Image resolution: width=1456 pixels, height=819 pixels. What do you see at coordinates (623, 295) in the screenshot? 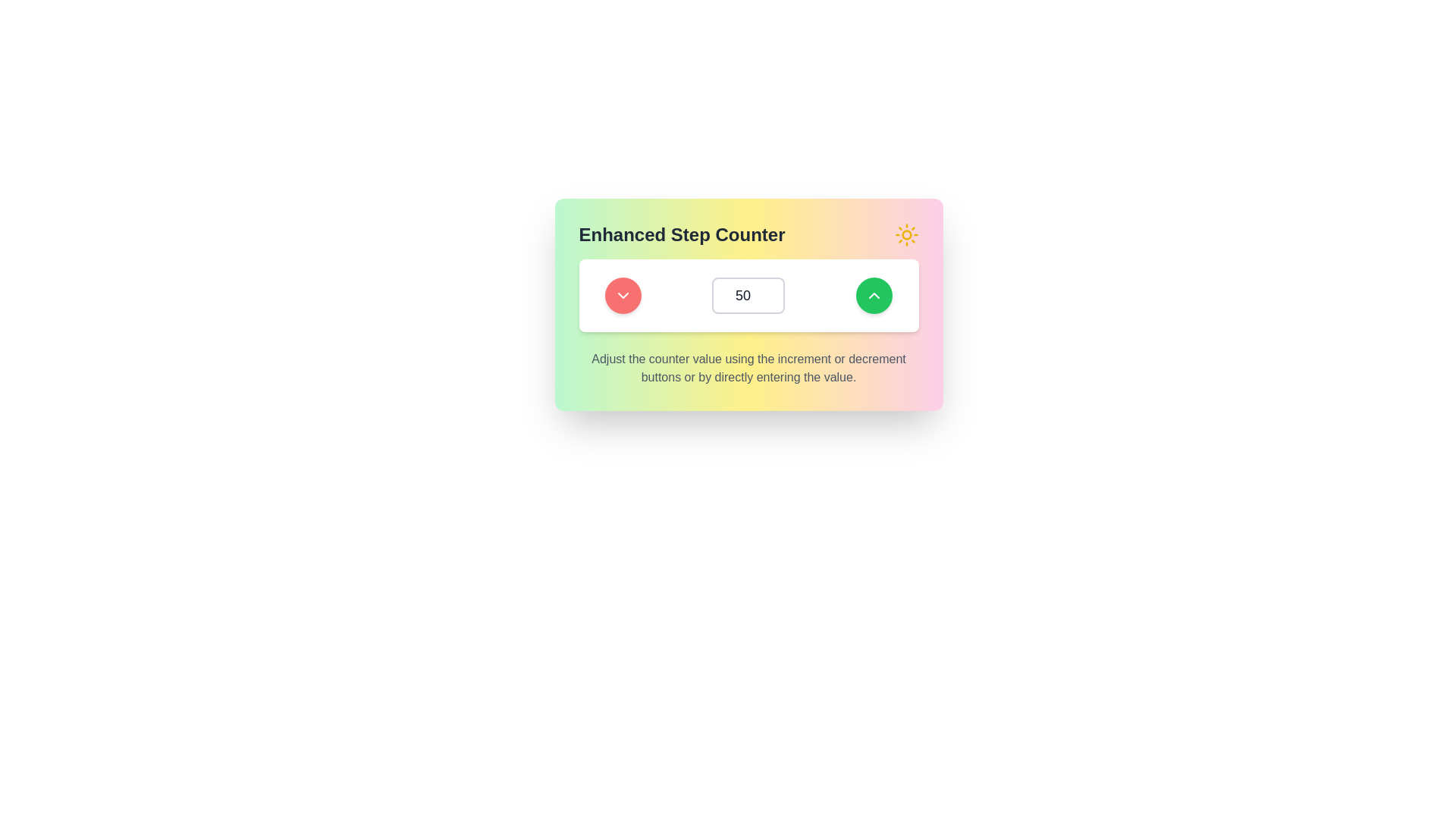
I see `the button to decrease the numeric value in the input field, located to the left of the numeric input box within the 'Enhanced Step Counter' card` at bounding box center [623, 295].